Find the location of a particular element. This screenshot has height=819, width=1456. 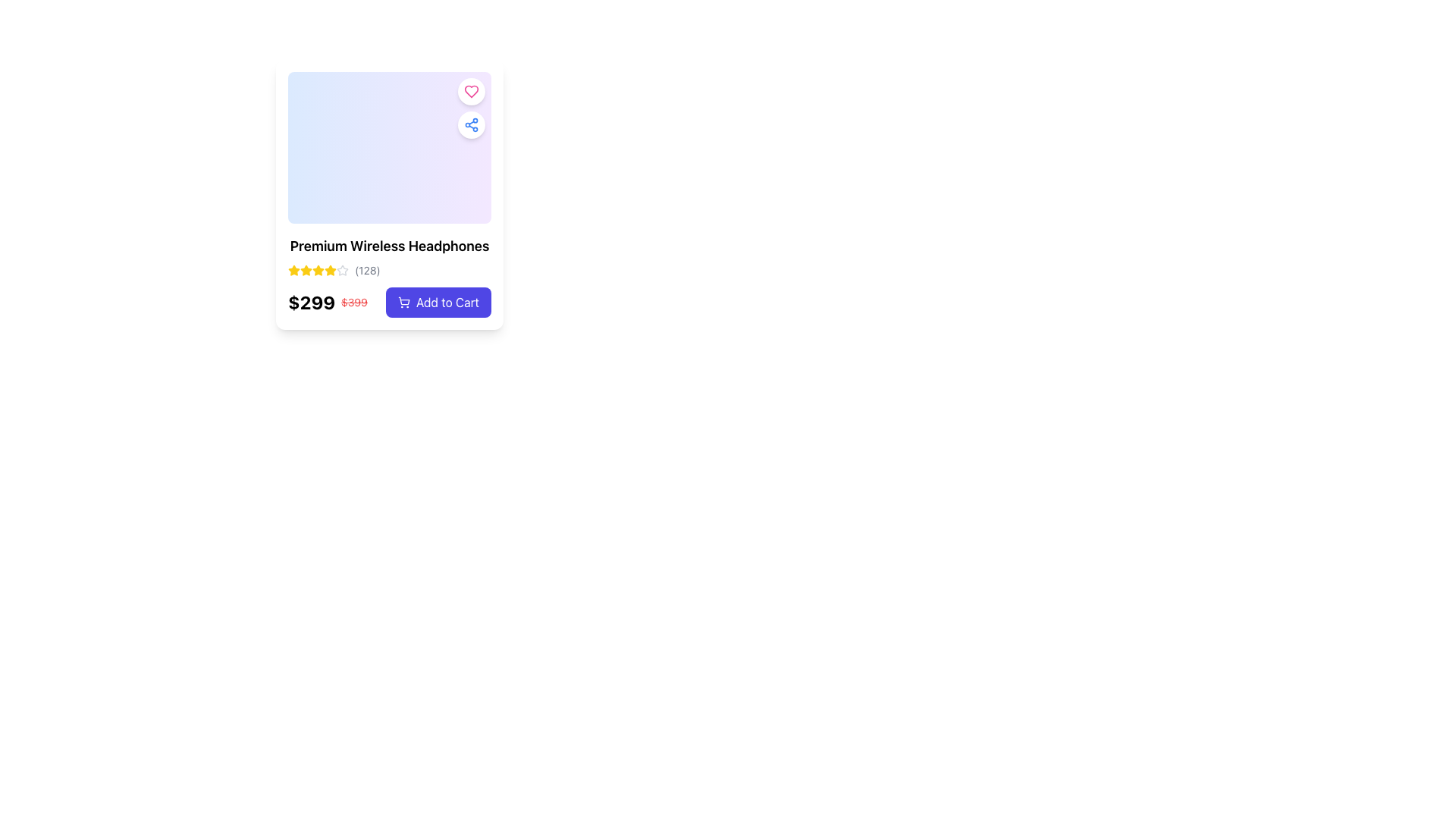

the second star in the 5-star rating system, which visually represents product ratings beneath the product title is located at coordinates (294, 269).